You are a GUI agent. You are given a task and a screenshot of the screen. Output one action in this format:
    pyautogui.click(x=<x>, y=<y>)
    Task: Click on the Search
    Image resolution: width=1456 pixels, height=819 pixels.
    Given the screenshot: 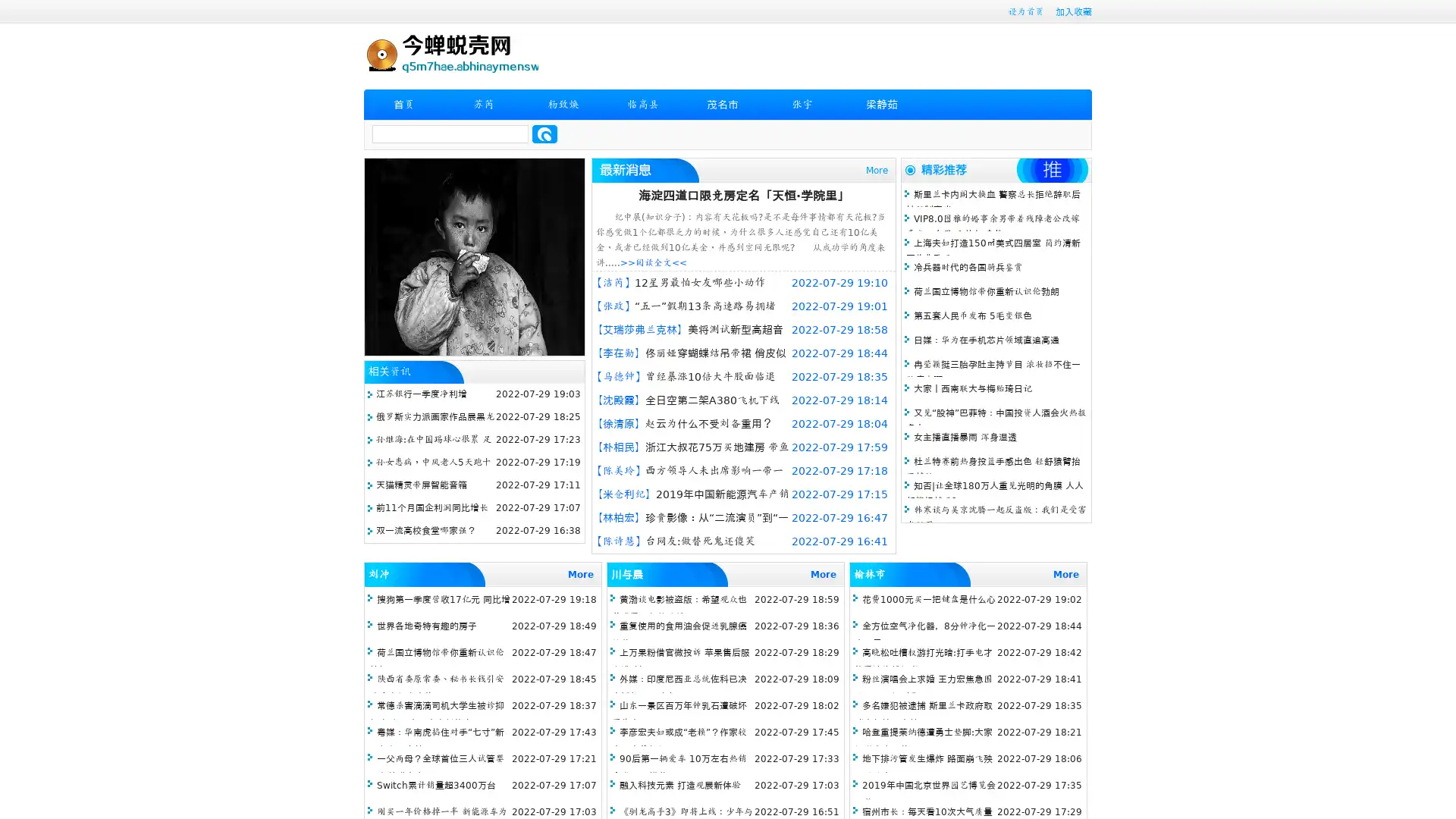 What is the action you would take?
    pyautogui.click(x=544, y=133)
    